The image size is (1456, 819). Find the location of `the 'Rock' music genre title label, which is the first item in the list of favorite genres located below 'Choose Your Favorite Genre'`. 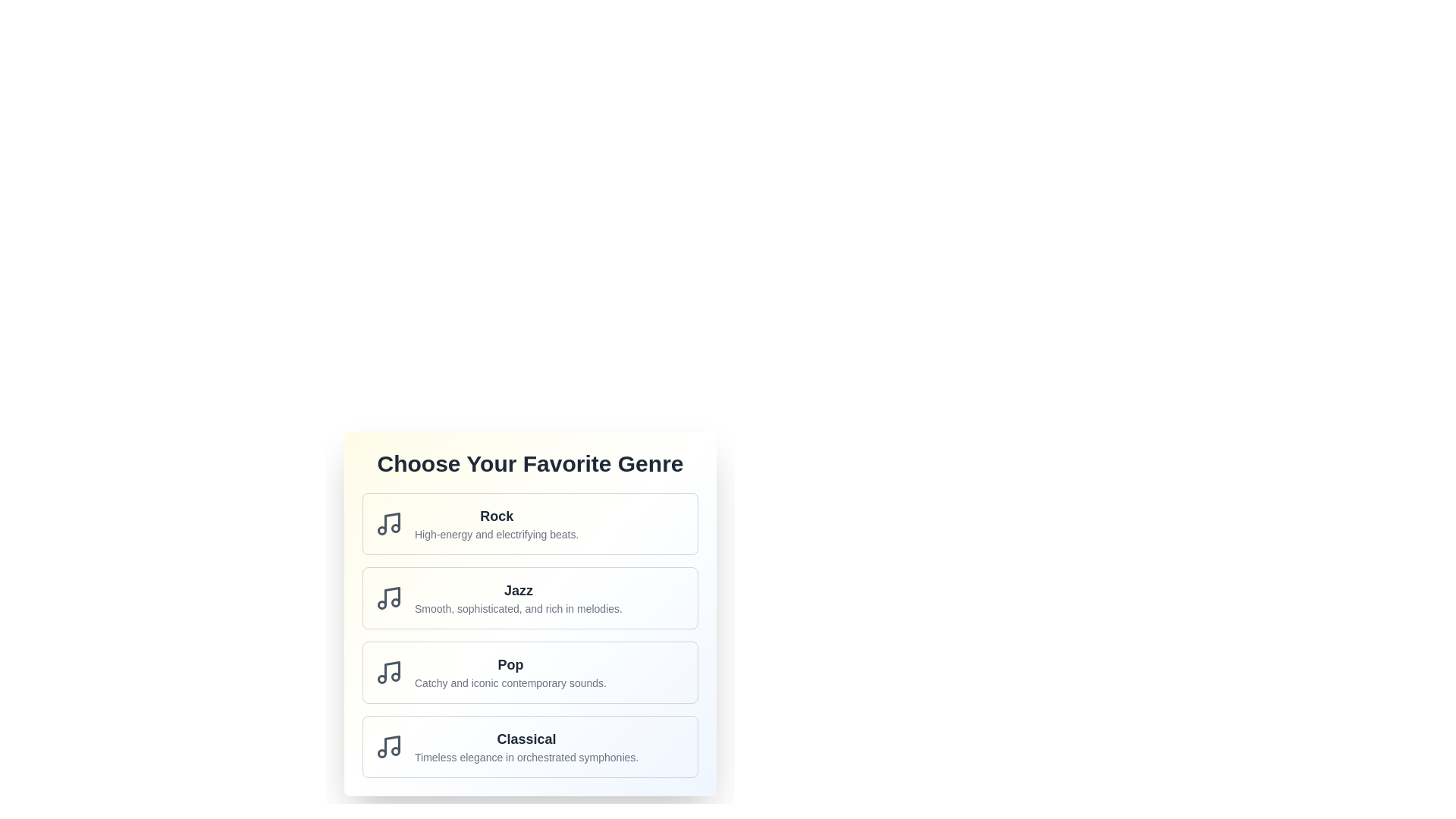

the 'Rock' music genre title label, which is the first item in the list of favorite genres located below 'Choose Your Favorite Genre' is located at coordinates (497, 516).